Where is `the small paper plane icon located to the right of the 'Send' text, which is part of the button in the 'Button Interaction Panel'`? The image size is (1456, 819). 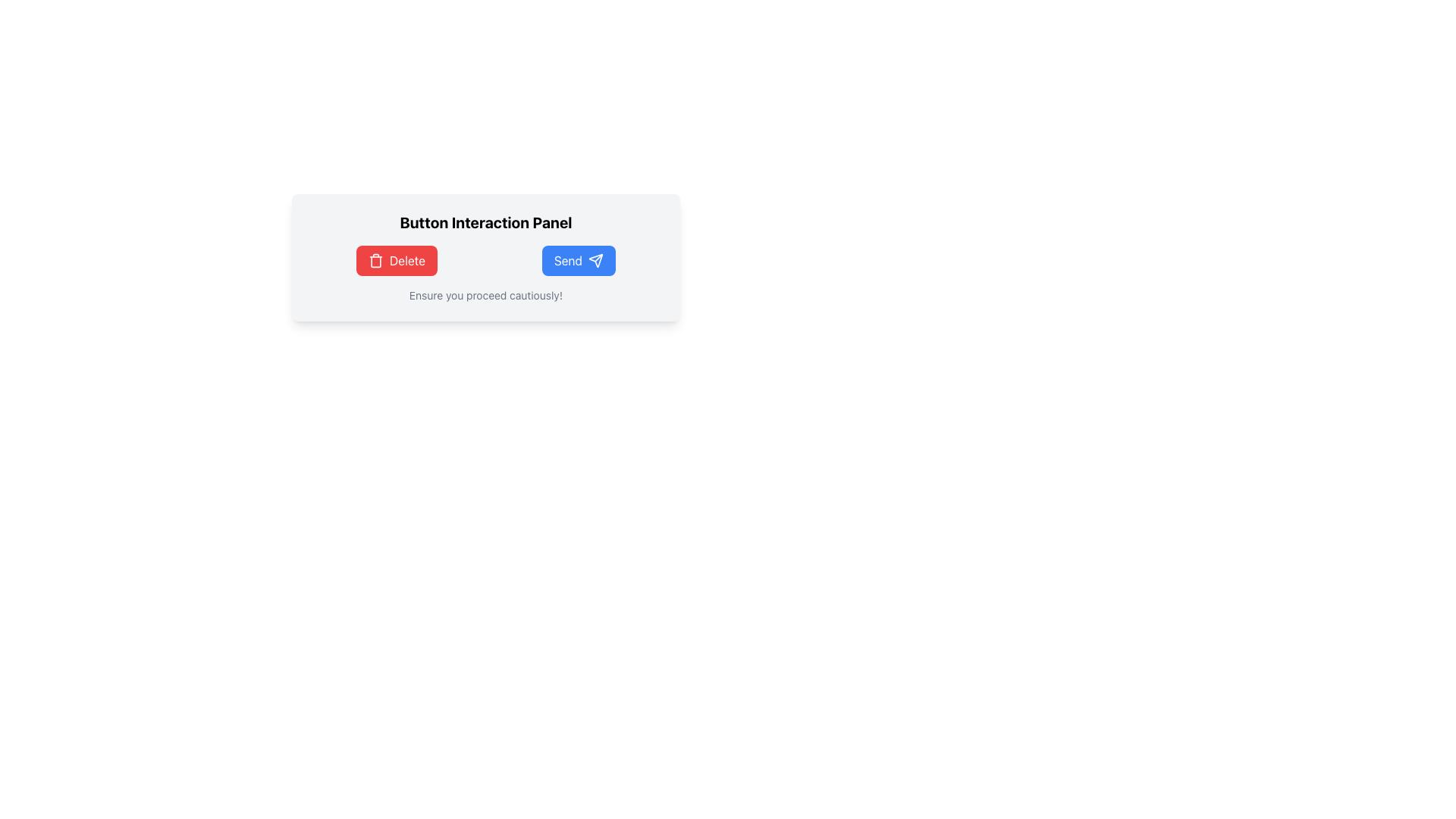
the small paper plane icon located to the right of the 'Send' text, which is part of the button in the 'Button Interaction Panel' is located at coordinates (595, 259).